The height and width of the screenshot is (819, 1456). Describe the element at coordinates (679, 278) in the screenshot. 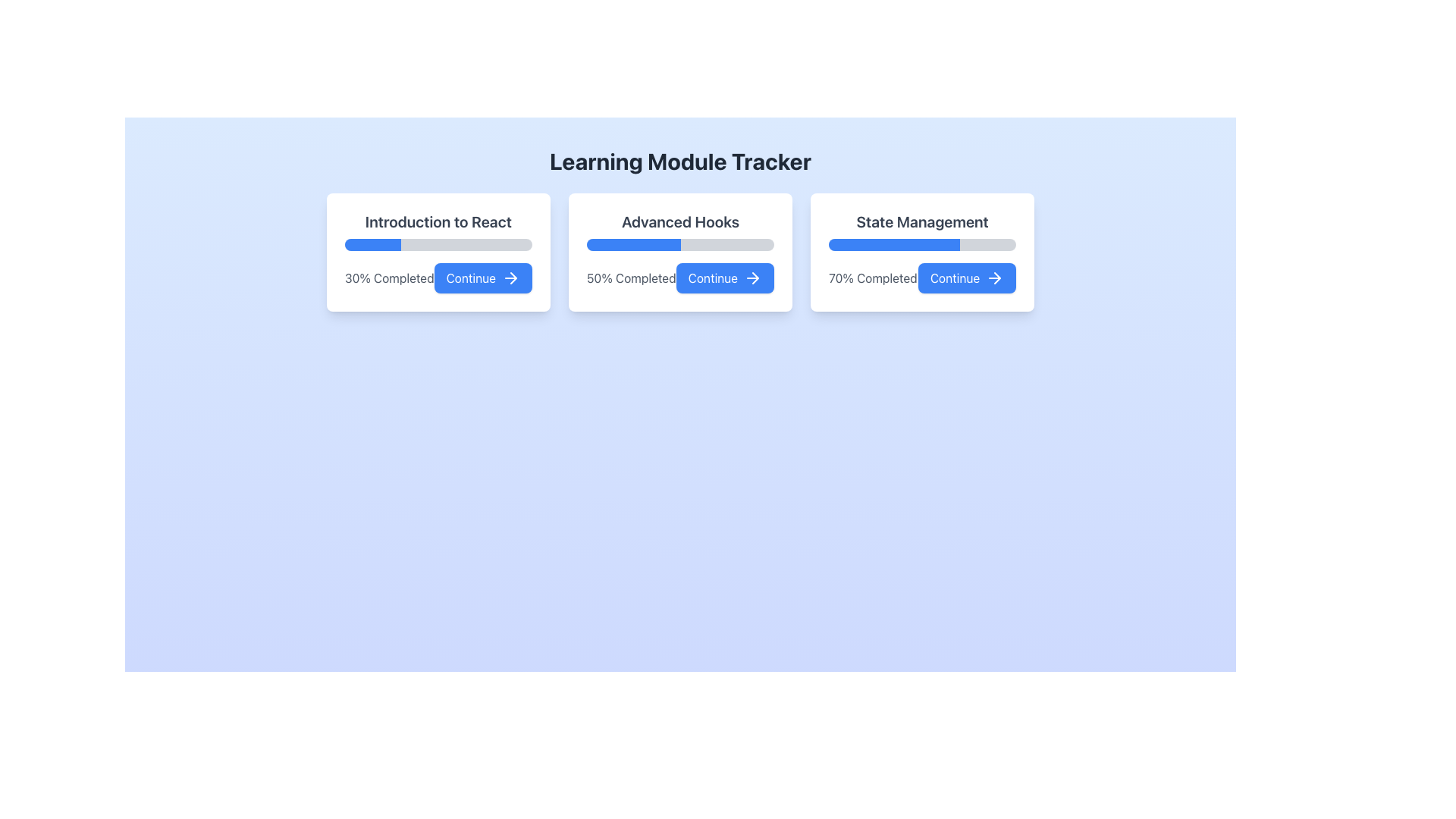

I see `the 'Continue' button in the '50% Completed' progress indicator of the 'Advanced Hooks' card in the Learning Module Tracker` at that location.